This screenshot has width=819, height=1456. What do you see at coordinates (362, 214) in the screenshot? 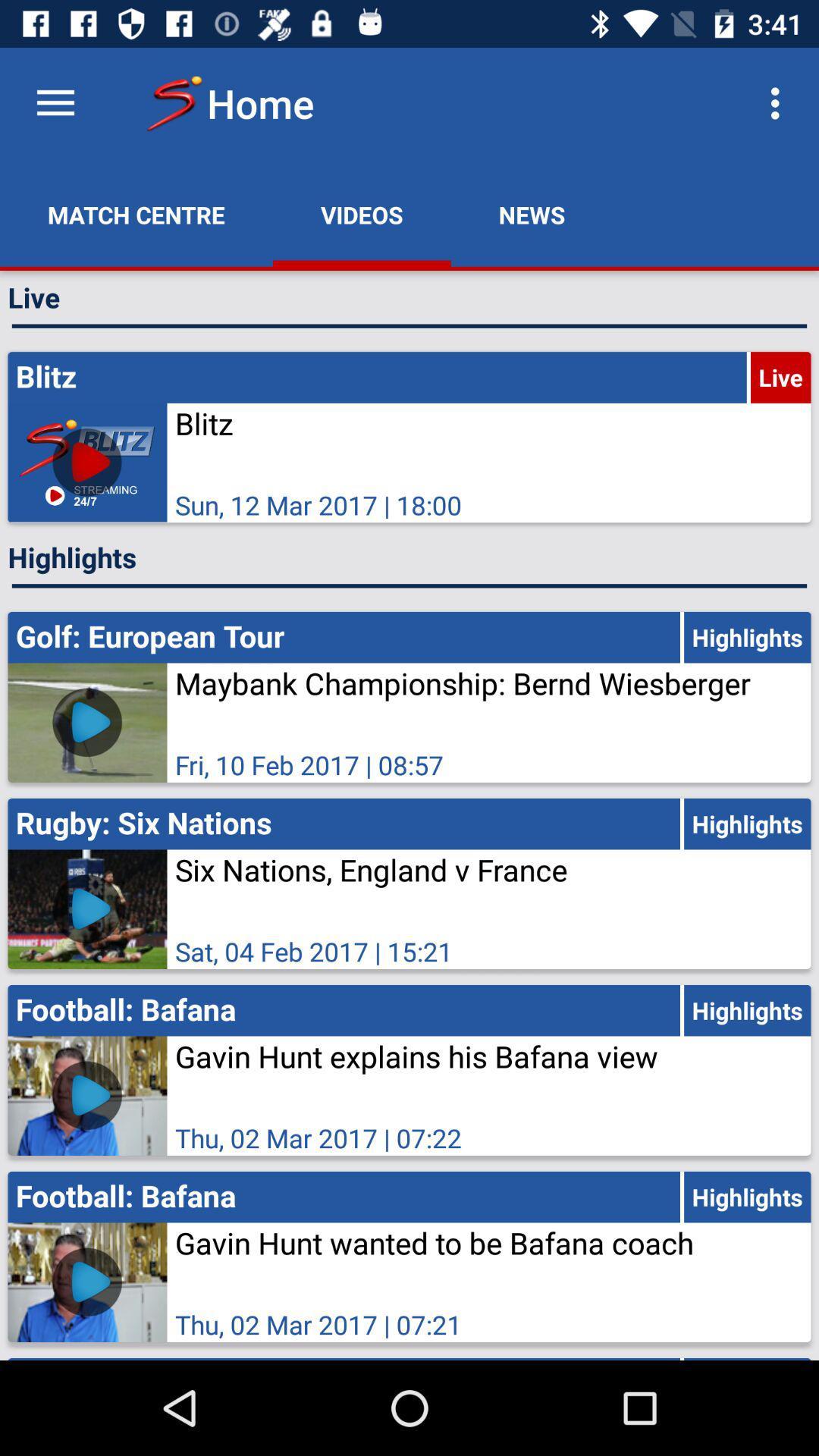
I see `the videos icon` at bounding box center [362, 214].